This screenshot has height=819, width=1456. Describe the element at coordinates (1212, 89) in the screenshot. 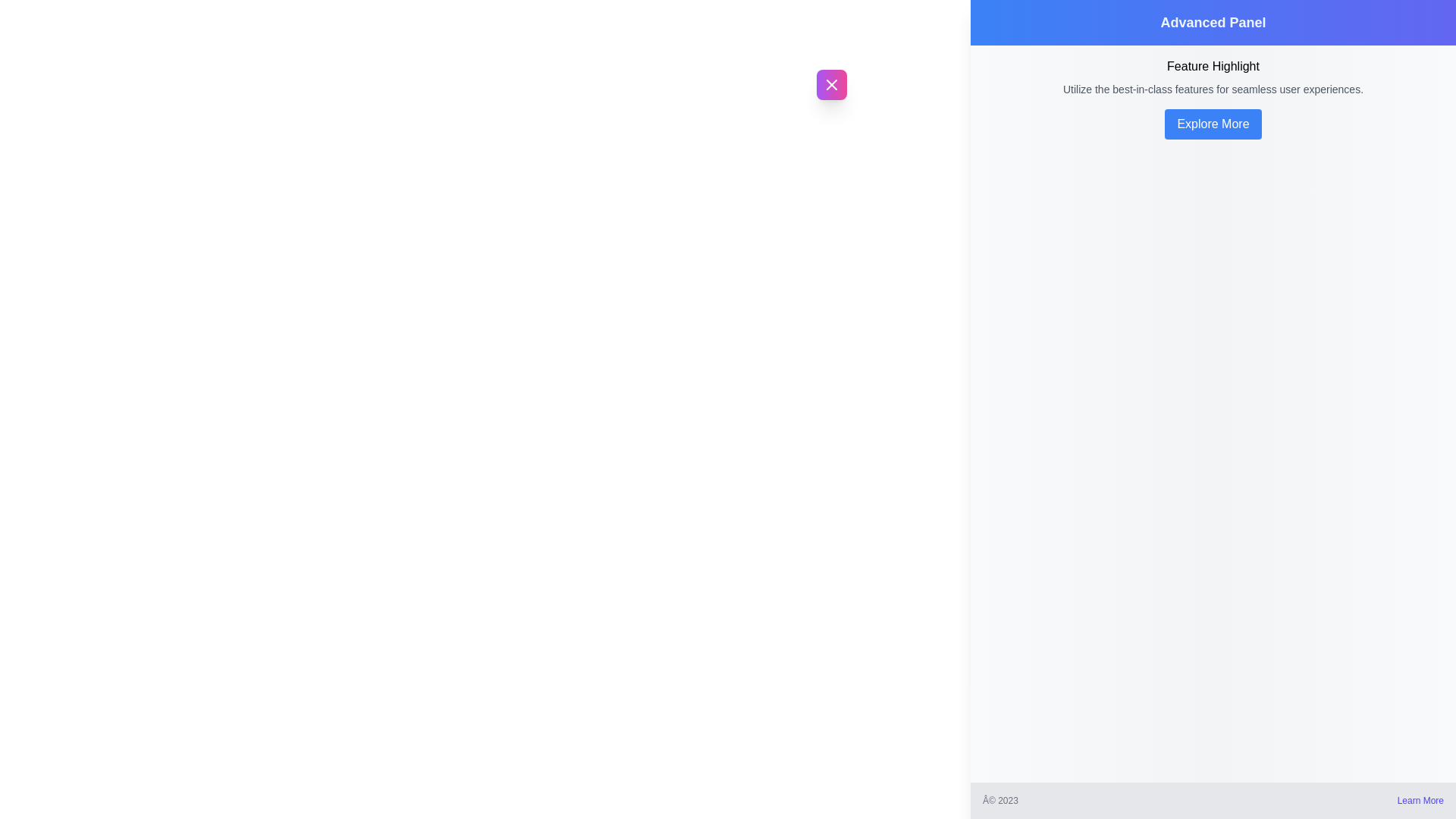

I see `the supplementary description text located directly below the 'Feature Highlight' heading in the boxed section of the interface` at that location.